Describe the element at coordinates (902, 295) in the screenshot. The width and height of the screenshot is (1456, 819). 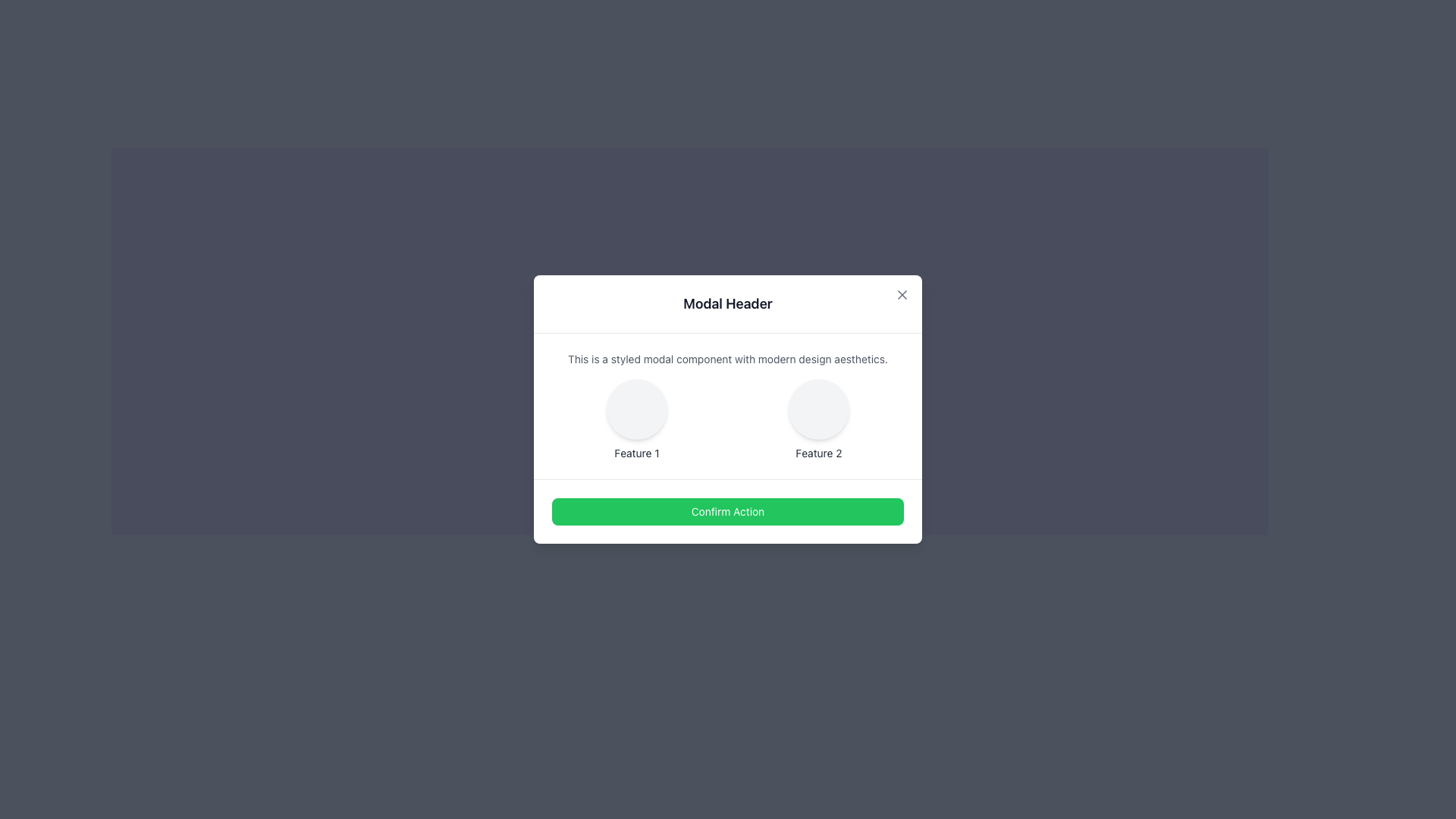
I see `the close button located in the top-right corner of the modal to change its color, which is positioned above the title text 'Modal Header'` at that location.